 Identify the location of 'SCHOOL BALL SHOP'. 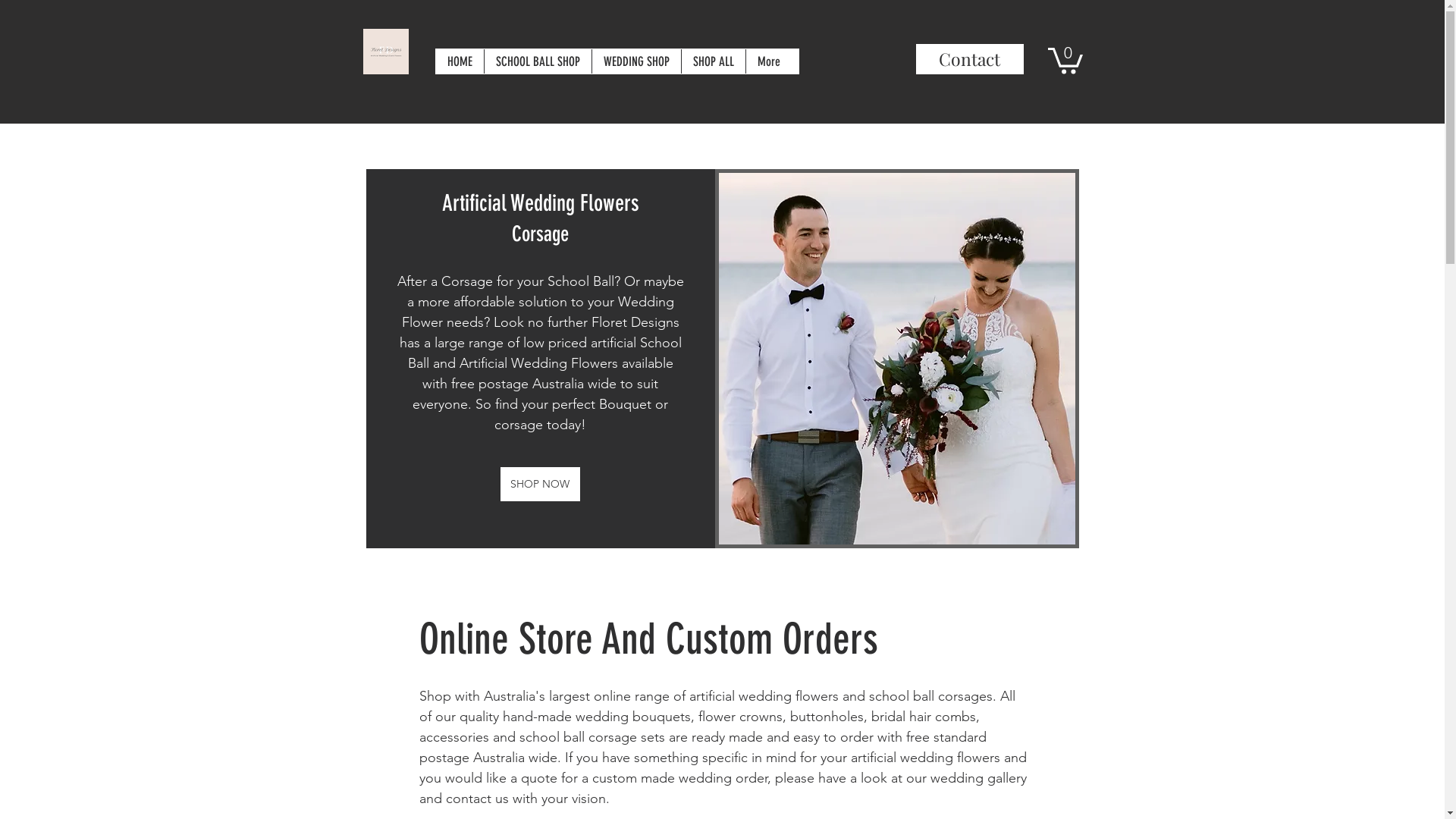
(538, 61).